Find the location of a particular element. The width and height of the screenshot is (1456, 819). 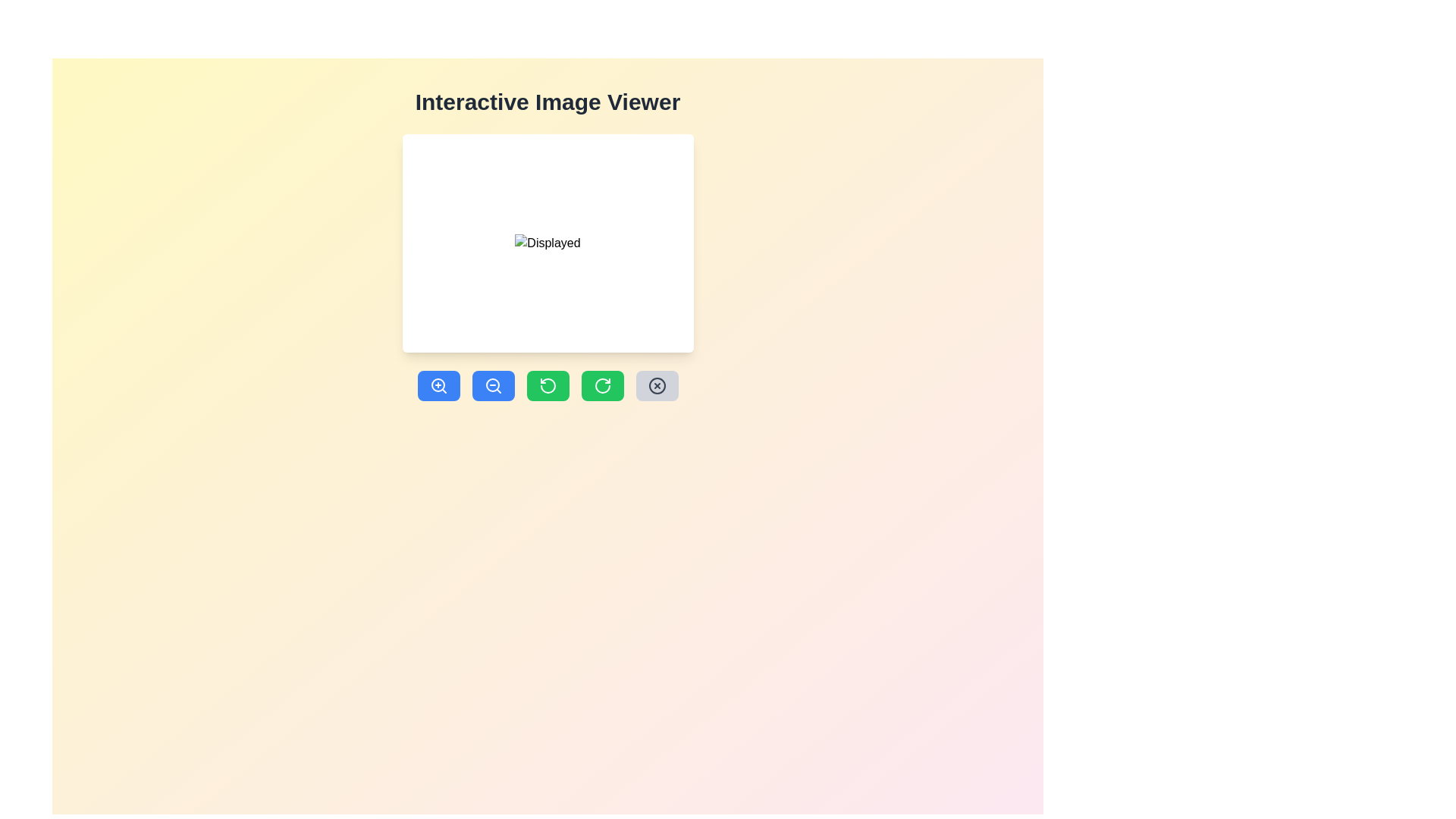

the circular arrow icon button with a green background, which functions as a rotate or reset button located in the fourth position in a horizontal row of controls is located at coordinates (601, 385).